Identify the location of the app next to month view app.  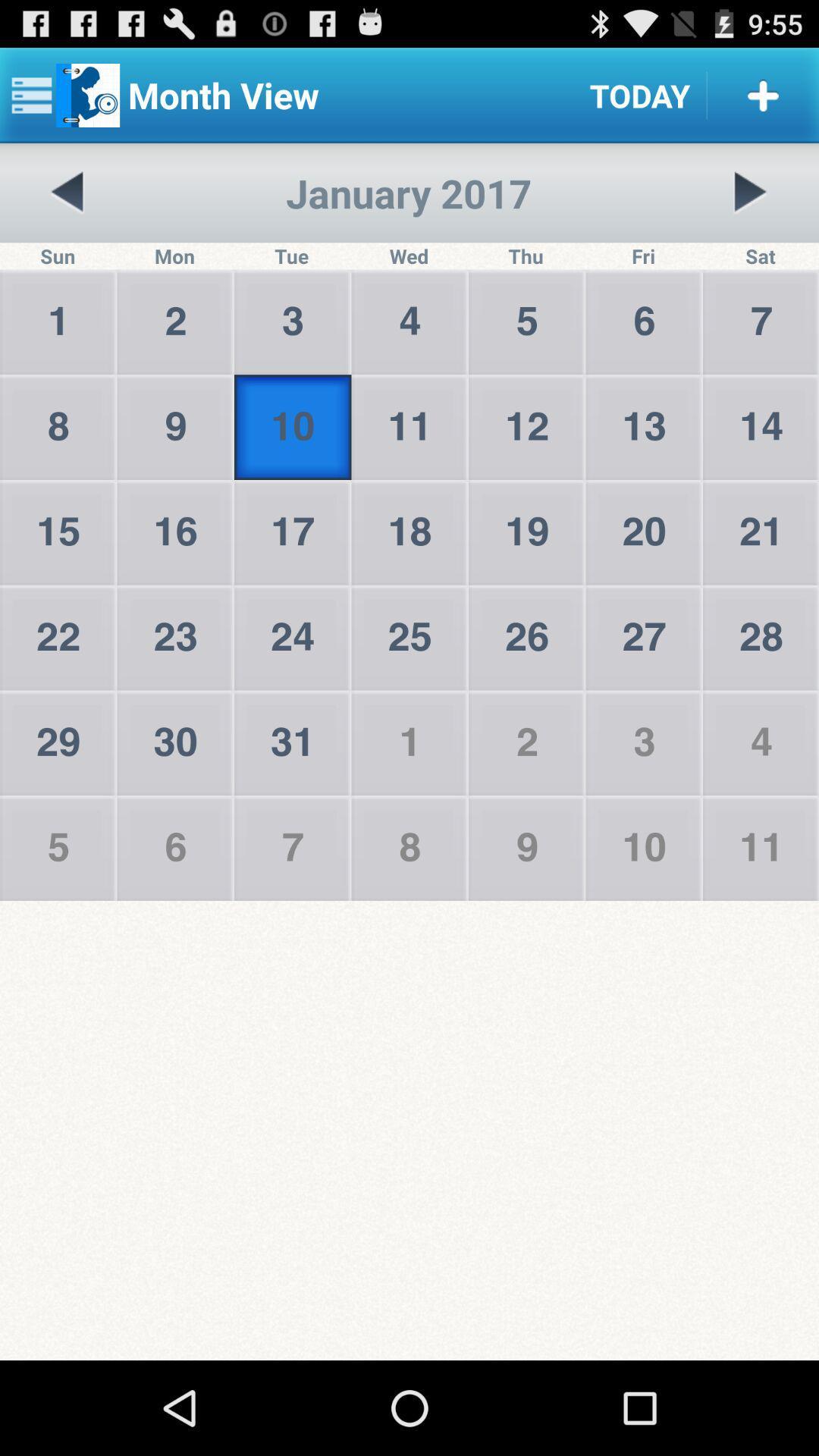
(640, 94).